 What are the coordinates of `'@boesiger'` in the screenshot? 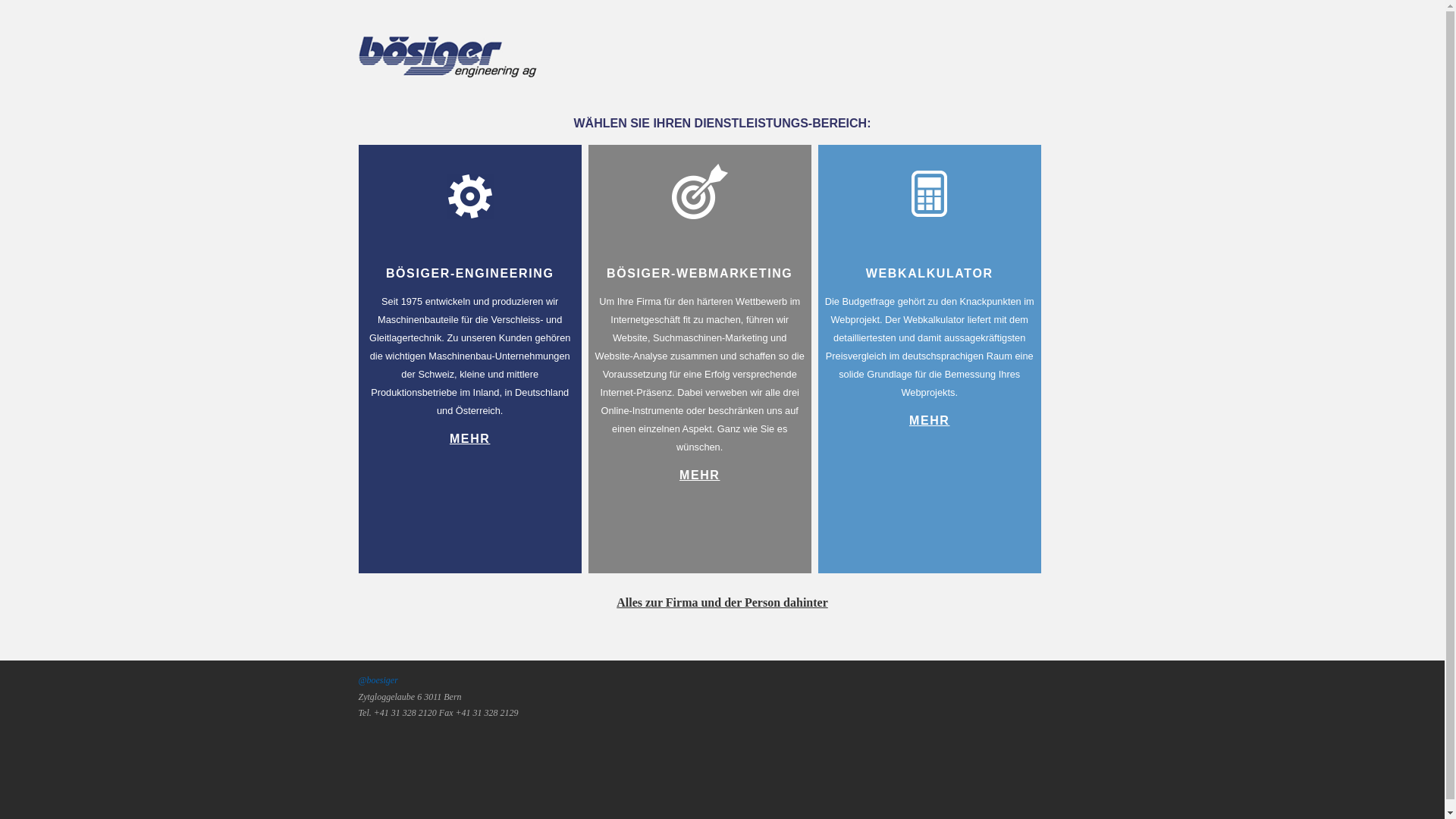 It's located at (378, 679).